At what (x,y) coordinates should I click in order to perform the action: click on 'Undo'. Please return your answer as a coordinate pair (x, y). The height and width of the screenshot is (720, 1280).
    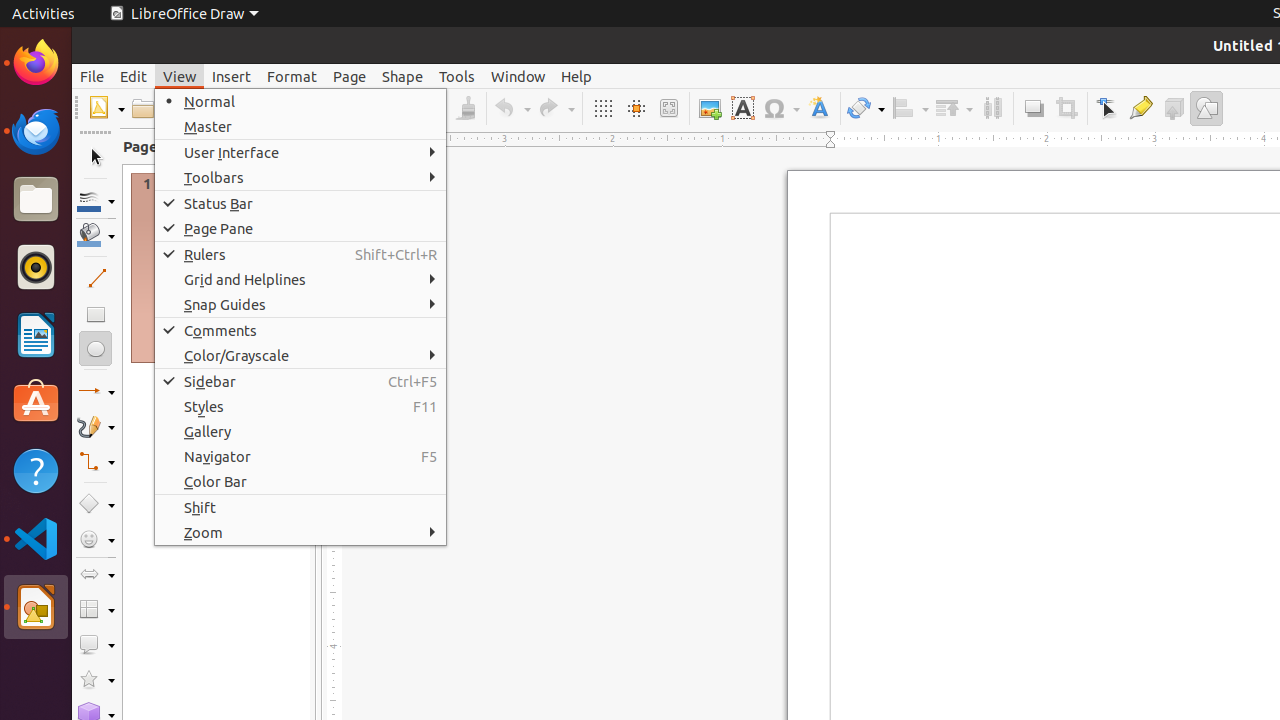
    Looking at the image, I should click on (512, 108).